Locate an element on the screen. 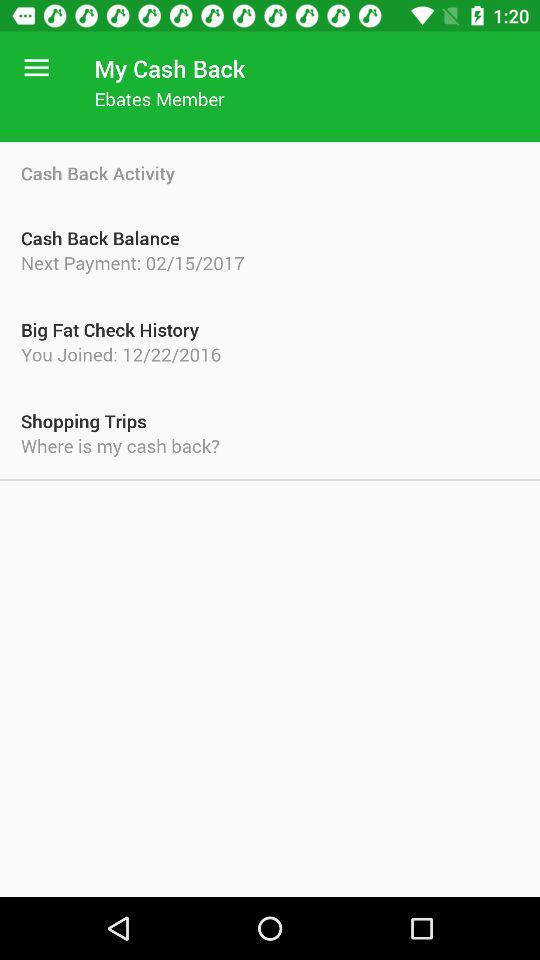 The width and height of the screenshot is (540, 960). the icon below big fat check item is located at coordinates (270, 354).